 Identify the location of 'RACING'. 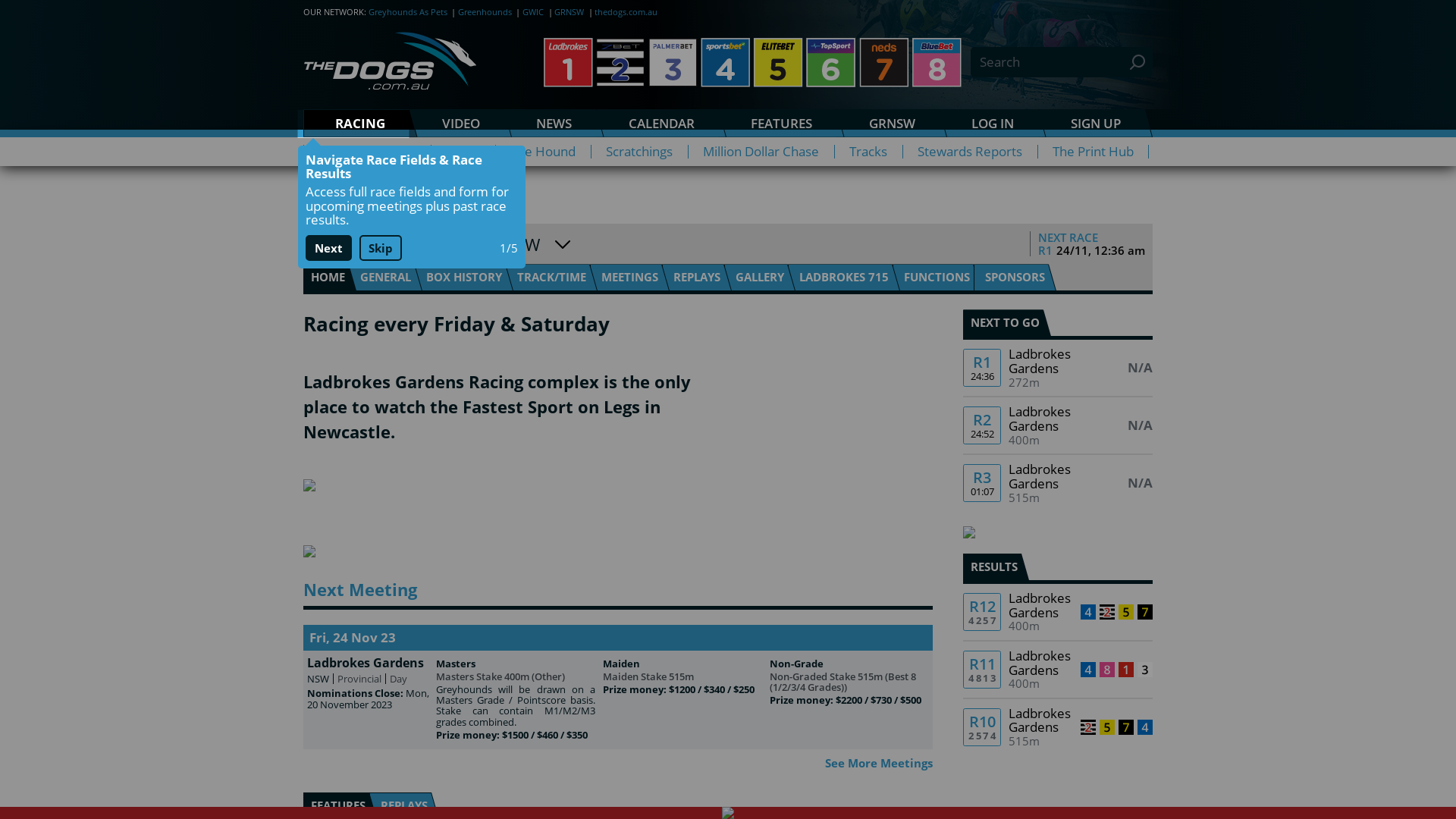
(303, 122).